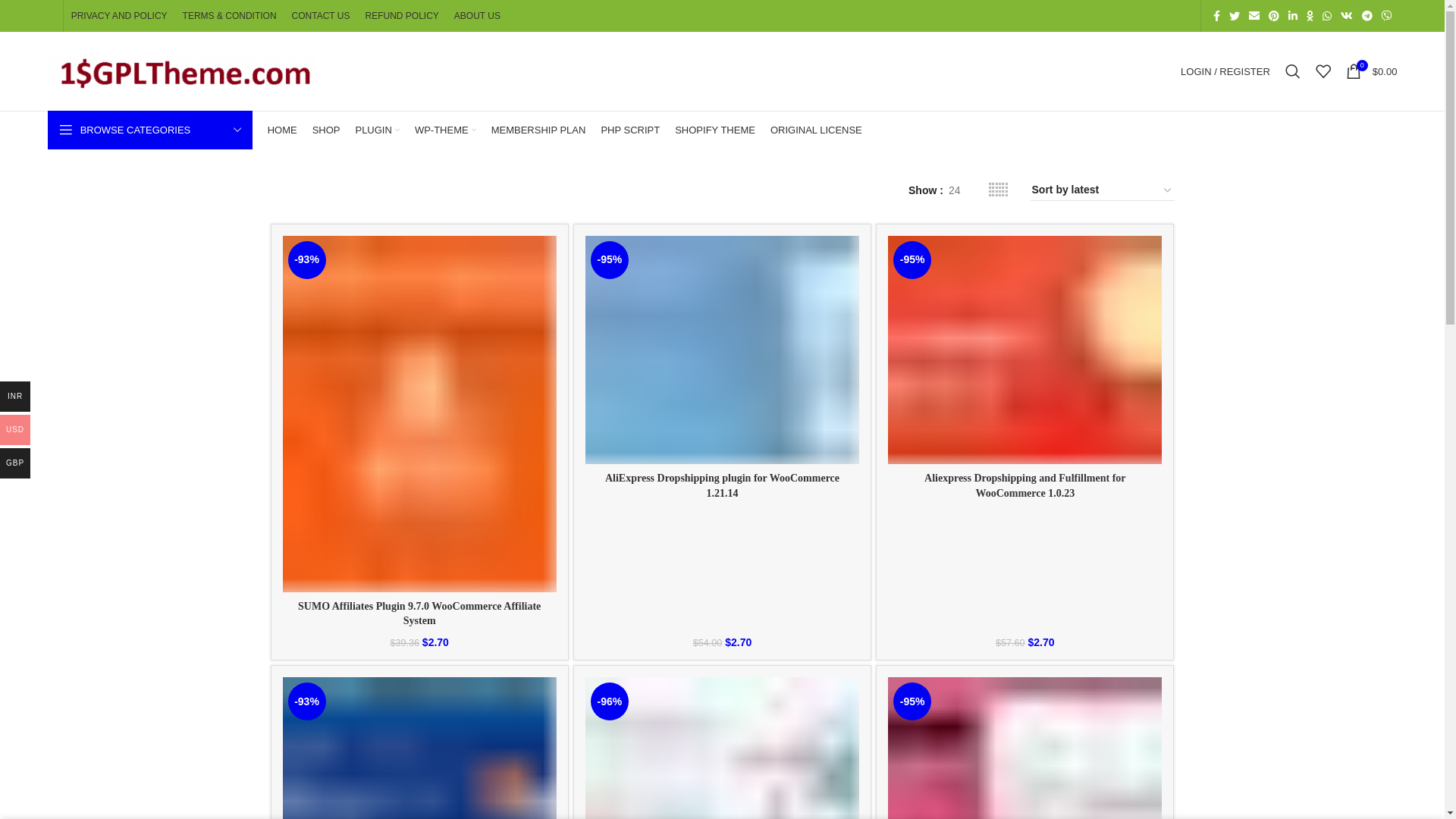  What do you see at coordinates (1291, 71) in the screenshot?
I see `'Search'` at bounding box center [1291, 71].